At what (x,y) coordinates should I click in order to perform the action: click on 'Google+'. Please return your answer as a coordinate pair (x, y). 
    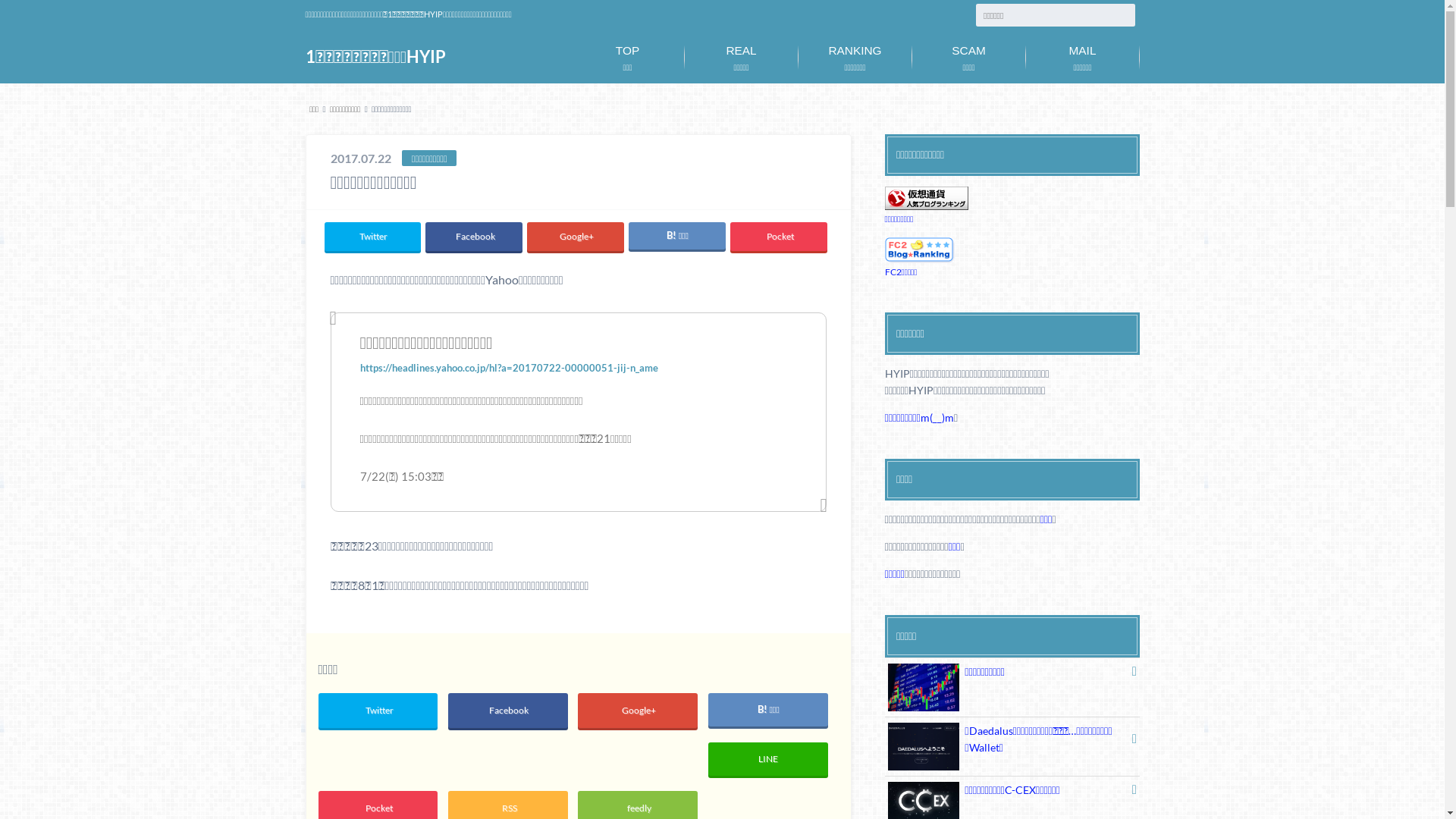
    Looking at the image, I should click on (637, 711).